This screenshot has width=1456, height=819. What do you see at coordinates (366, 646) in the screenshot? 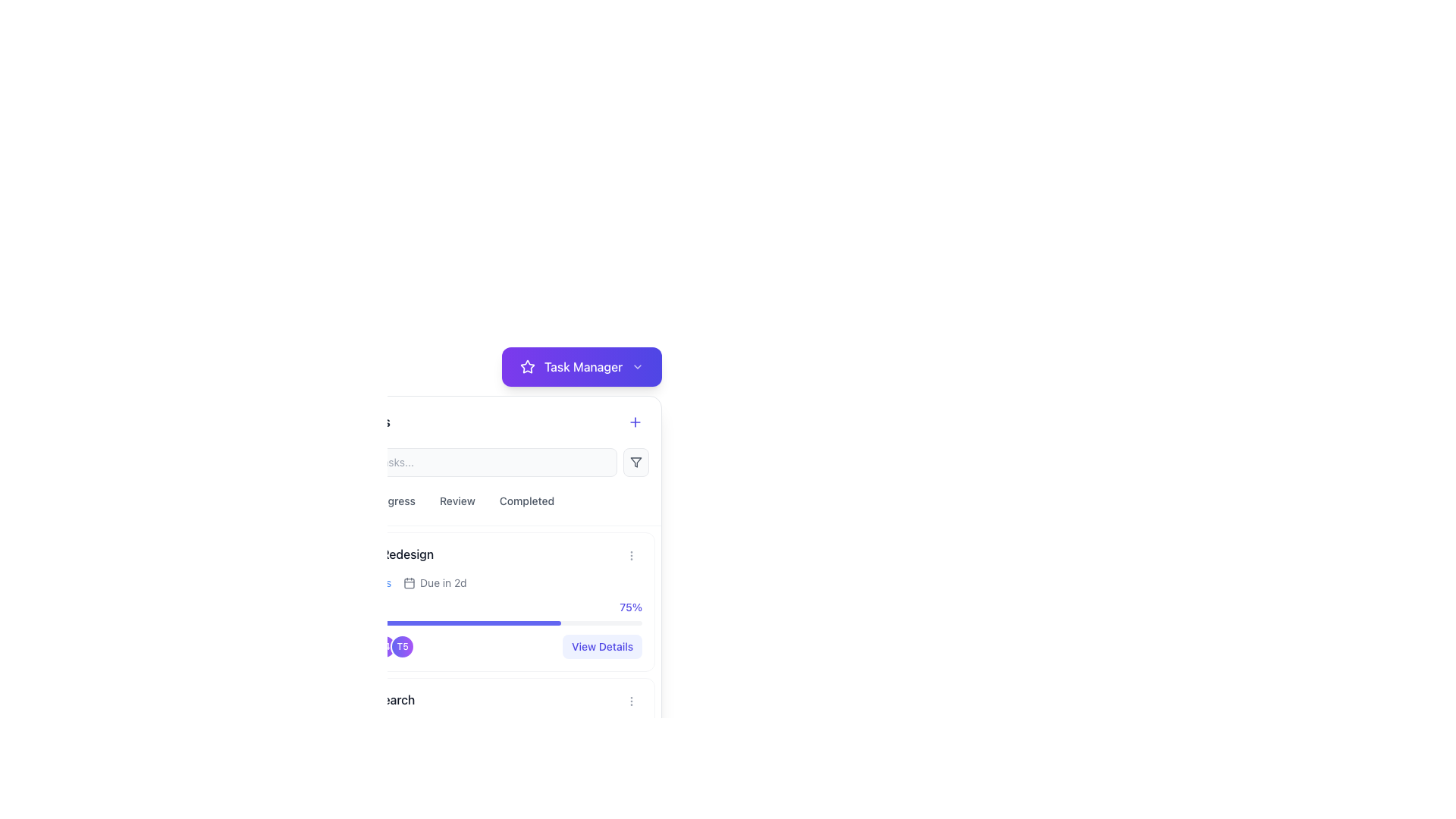
I see `the circular button labeled 'T3' with a gradient background transitioning from indigo to purple, which is the third button in a row of five, located towards the lower part of the interface` at bounding box center [366, 646].